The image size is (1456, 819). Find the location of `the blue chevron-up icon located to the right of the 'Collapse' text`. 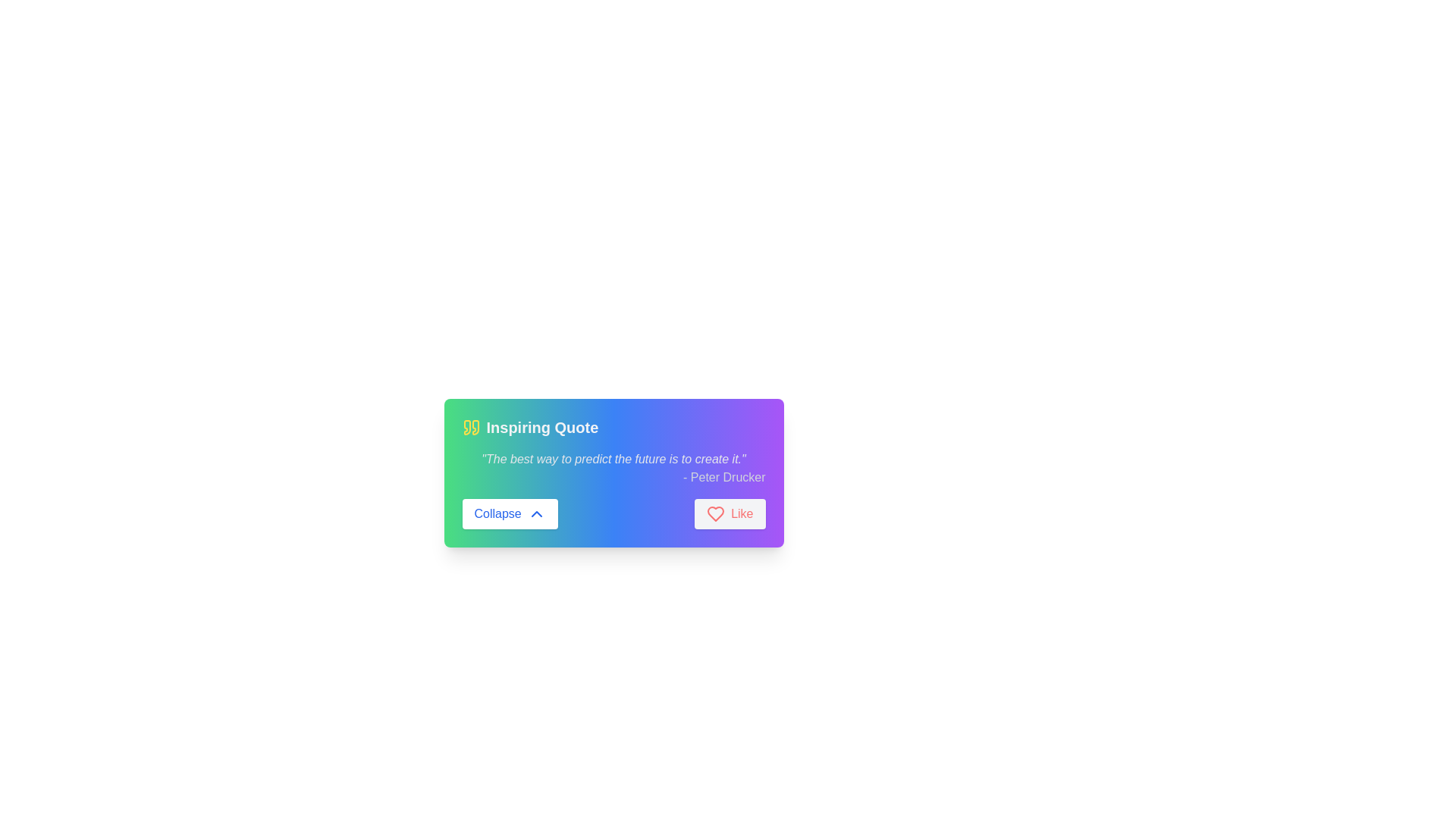

the blue chevron-up icon located to the right of the 'Collapse' text is located at coordinates (536, 513).